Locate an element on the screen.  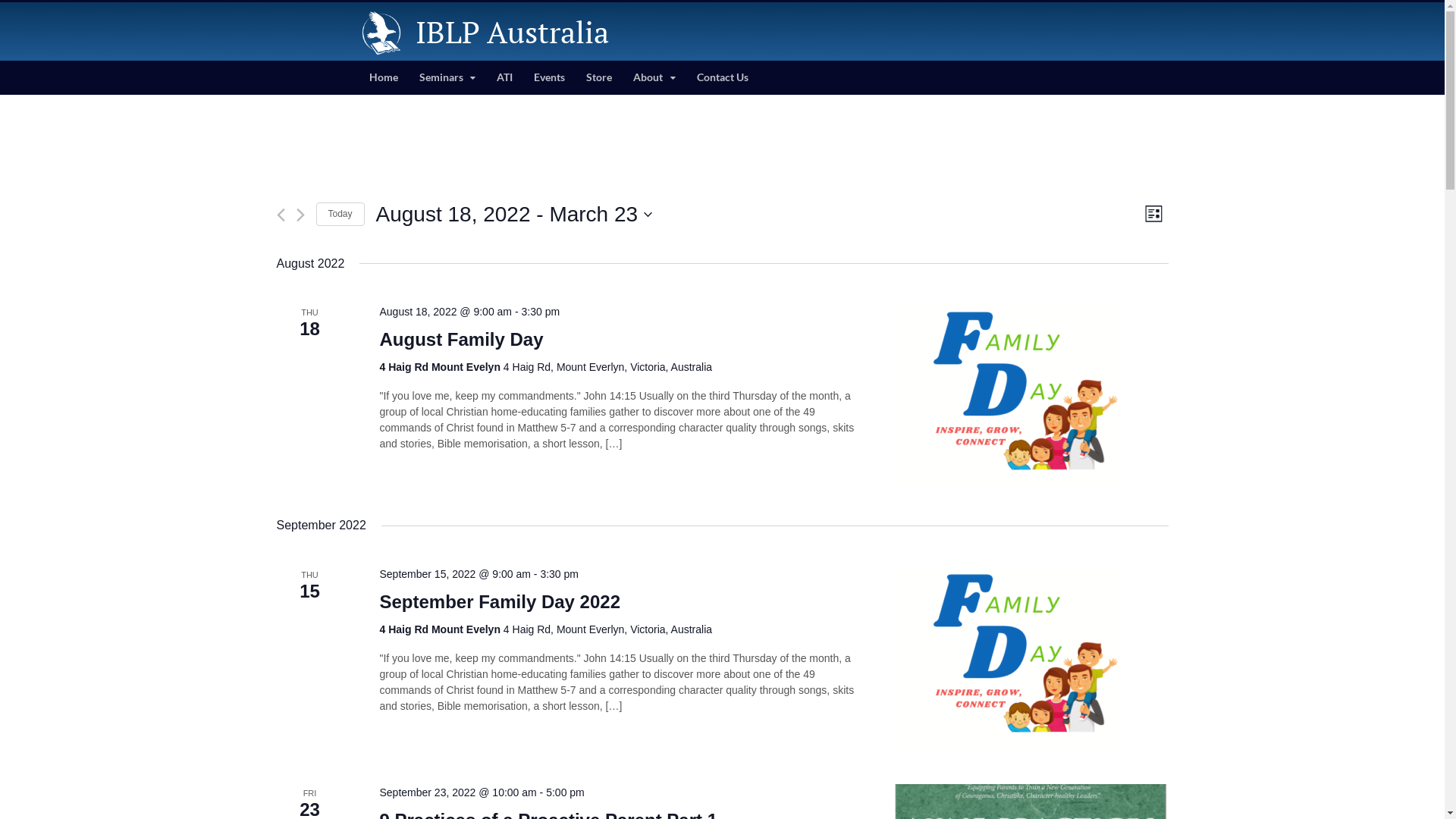
'ATI' is located at coordinates (504, 77).